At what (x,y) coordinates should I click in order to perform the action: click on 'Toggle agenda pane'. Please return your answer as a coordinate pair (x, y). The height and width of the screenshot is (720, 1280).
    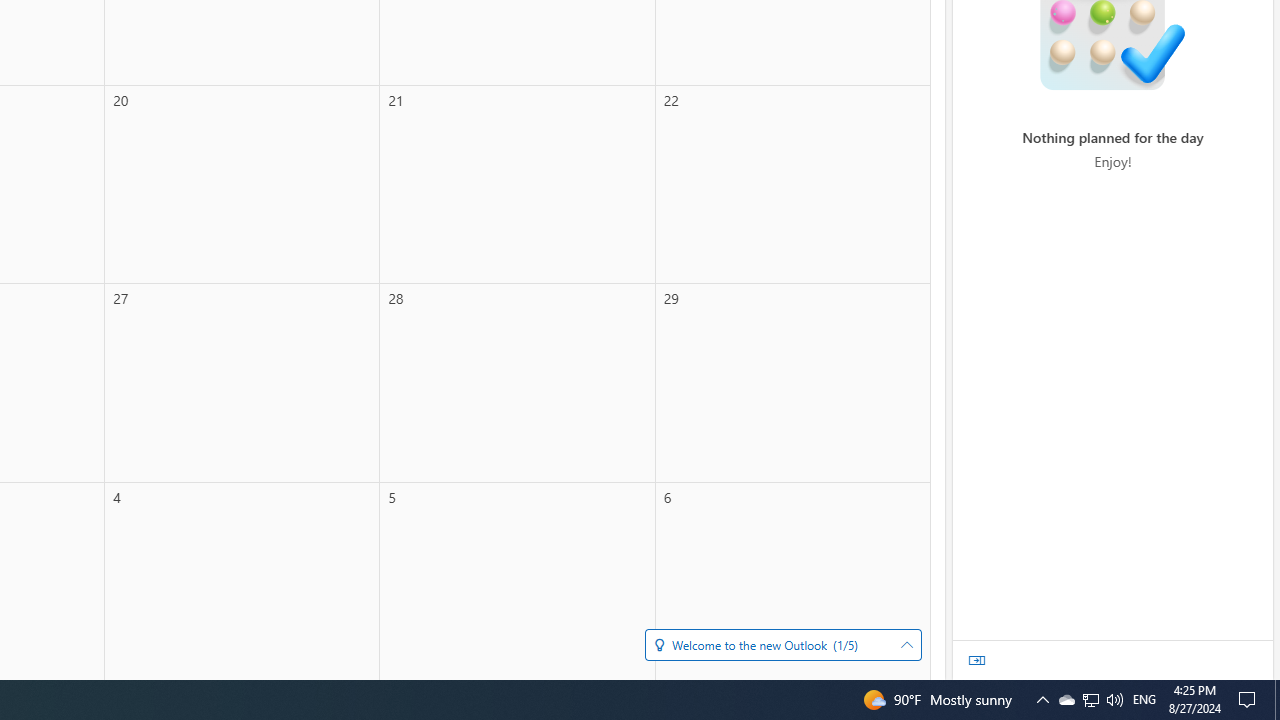
    Looking at the image, I should click on (977, 660).